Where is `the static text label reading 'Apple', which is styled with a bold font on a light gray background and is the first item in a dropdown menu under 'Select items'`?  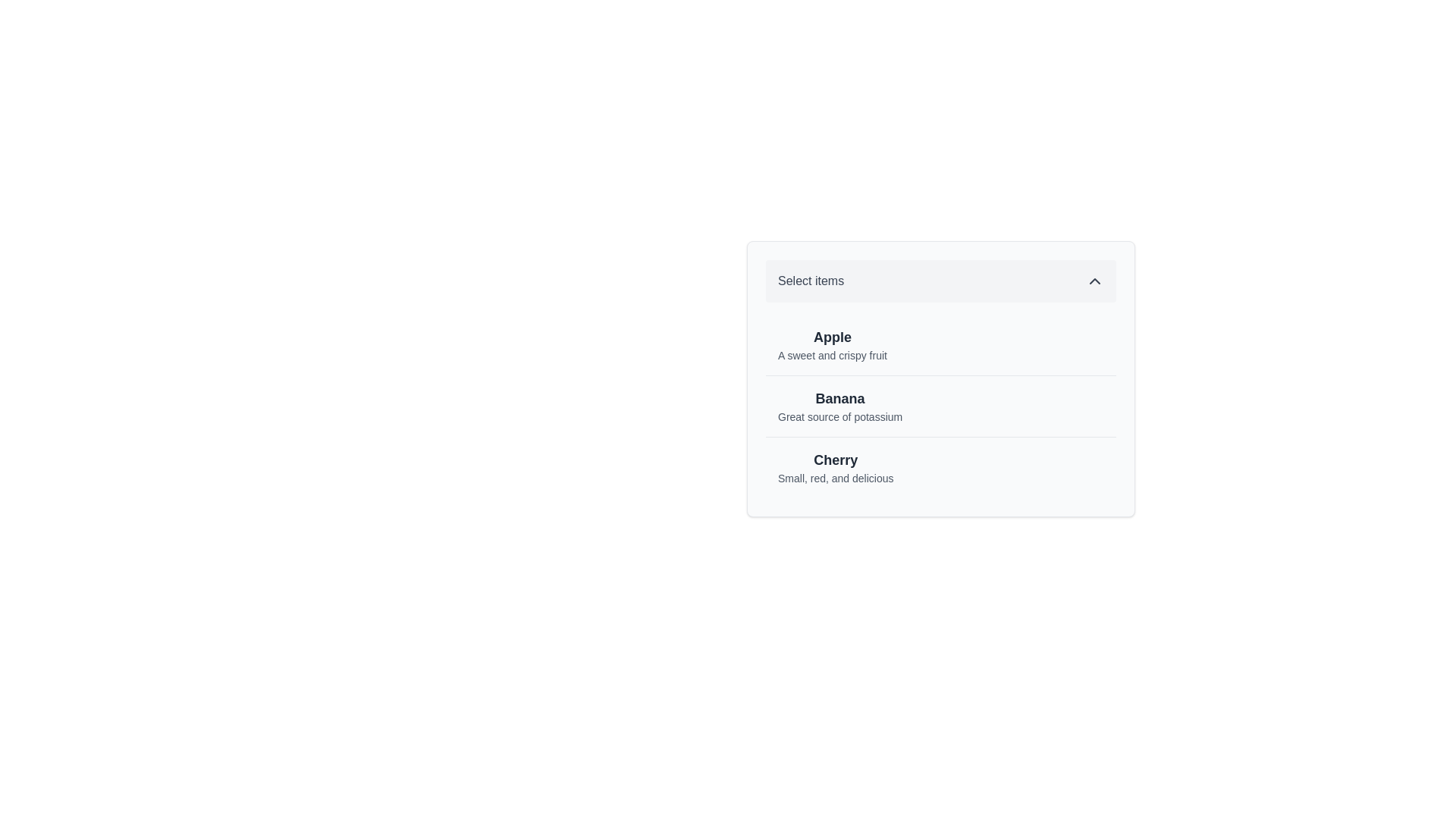 the static text label reading 'Apple', which is styled with a bold font on a light gray background and is the first item in a dropdown menu under 'Select items' is located at coordinates (832, 336).